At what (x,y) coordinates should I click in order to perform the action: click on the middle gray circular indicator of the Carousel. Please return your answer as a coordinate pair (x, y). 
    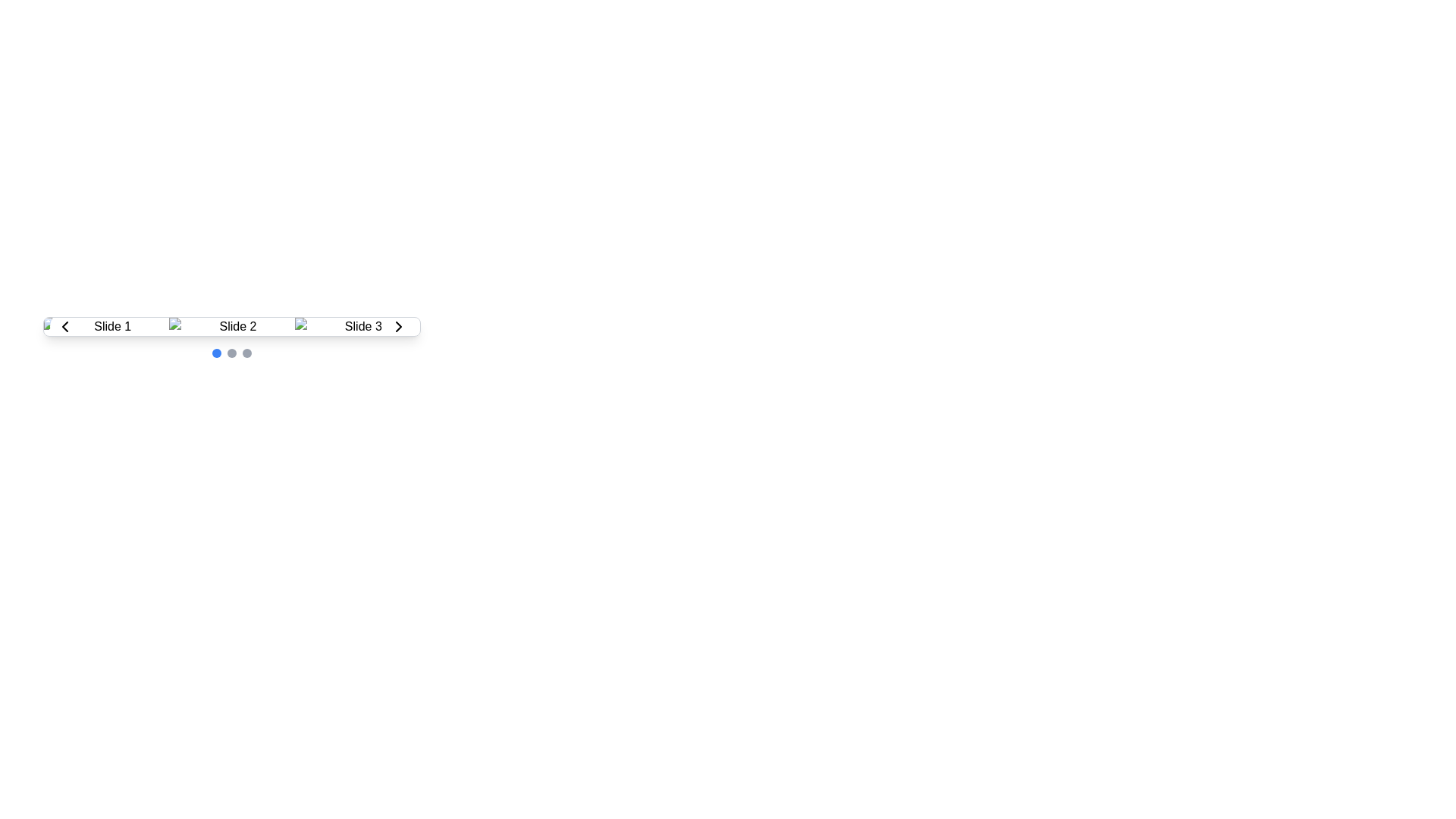
    Looking at the image, I should click on (231, 353).